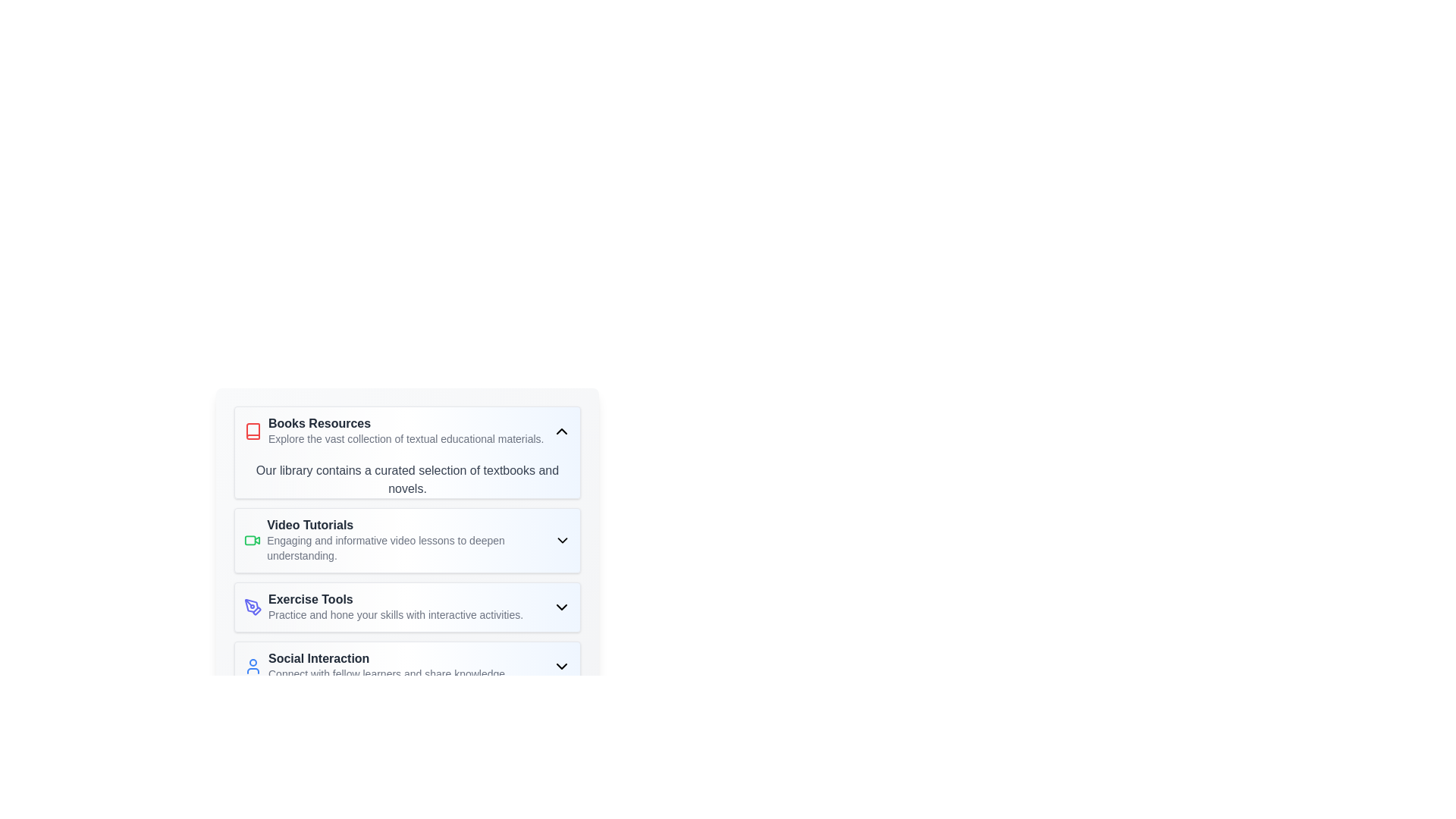  I want to click on the Collapsible panel header labeled 'Video Tutorials', so click(407, 540).